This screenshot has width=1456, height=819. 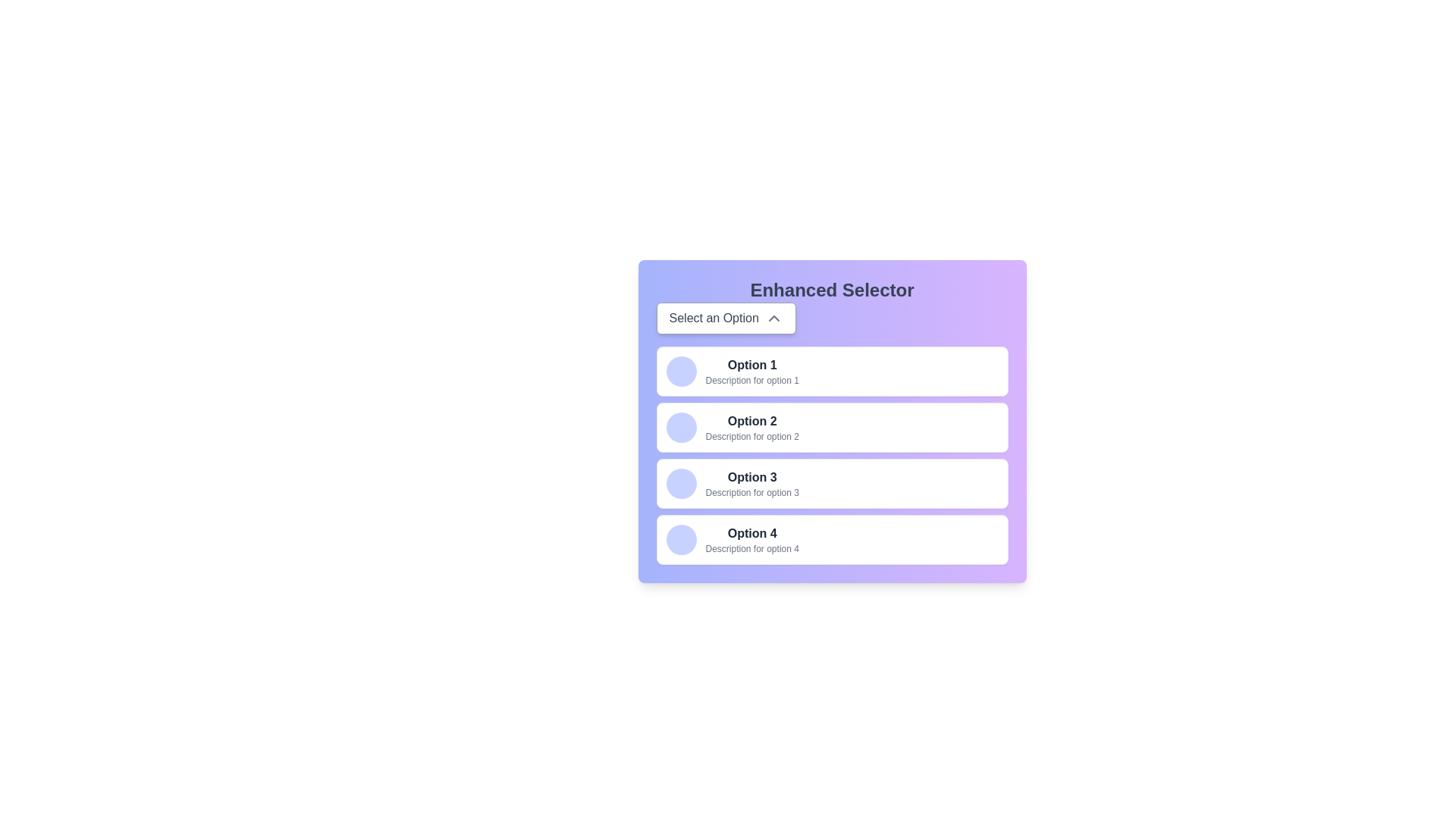 I want to click on a row in the centrally located list of selectable items within the 'Enhanced Selector' interface, so click(x=831, y=455).